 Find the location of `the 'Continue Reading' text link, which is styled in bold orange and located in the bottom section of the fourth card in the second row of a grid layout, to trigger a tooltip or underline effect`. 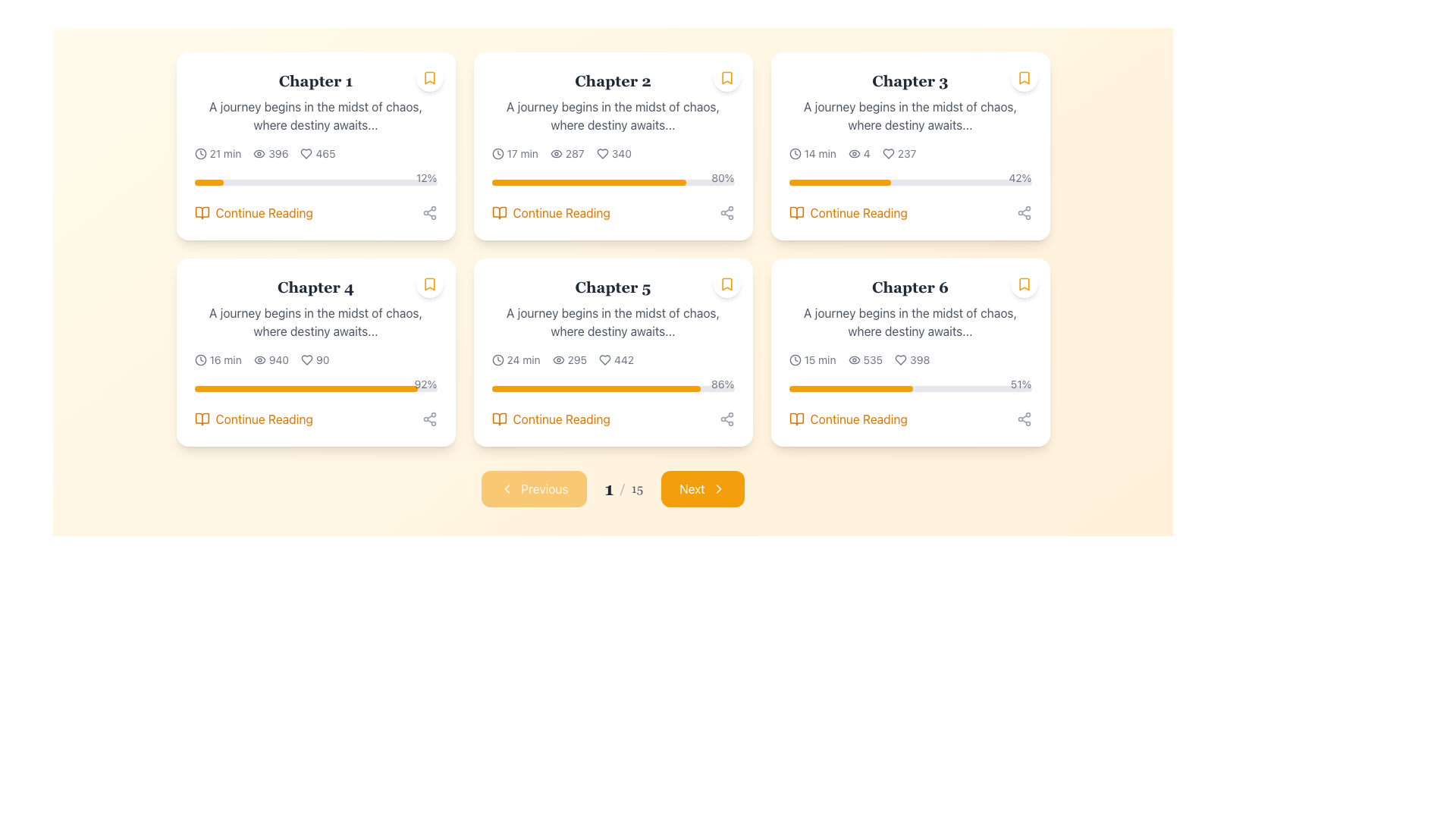

the 'Continue Reading' text link, which is styled in bold orange and located in the bottom section of the fourth card in the second row of a grid layout, to trigger a tooltip or underline effect is located at coordinates (264, 419).